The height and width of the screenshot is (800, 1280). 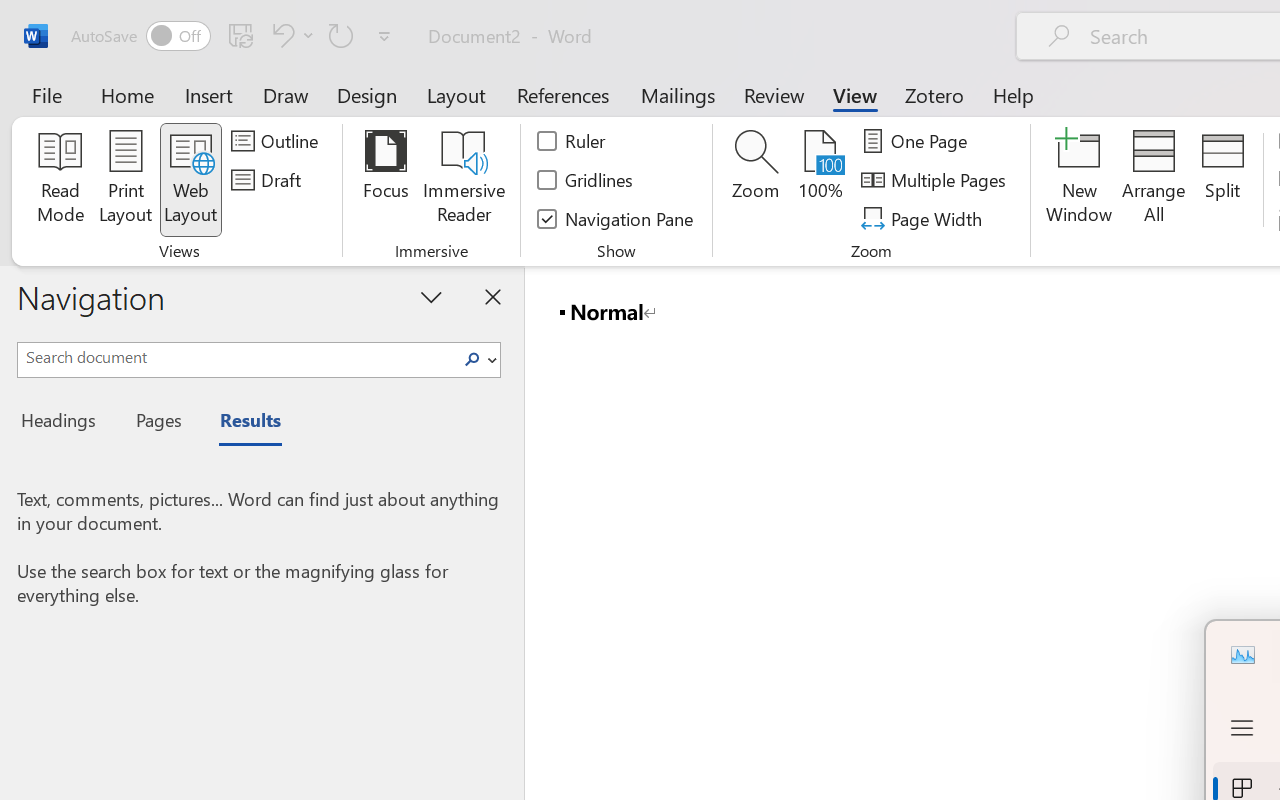 What do you see at coordinates (571, 141) in the screenshot?
I see `'Ruler'` at bounding box center [571, 141].